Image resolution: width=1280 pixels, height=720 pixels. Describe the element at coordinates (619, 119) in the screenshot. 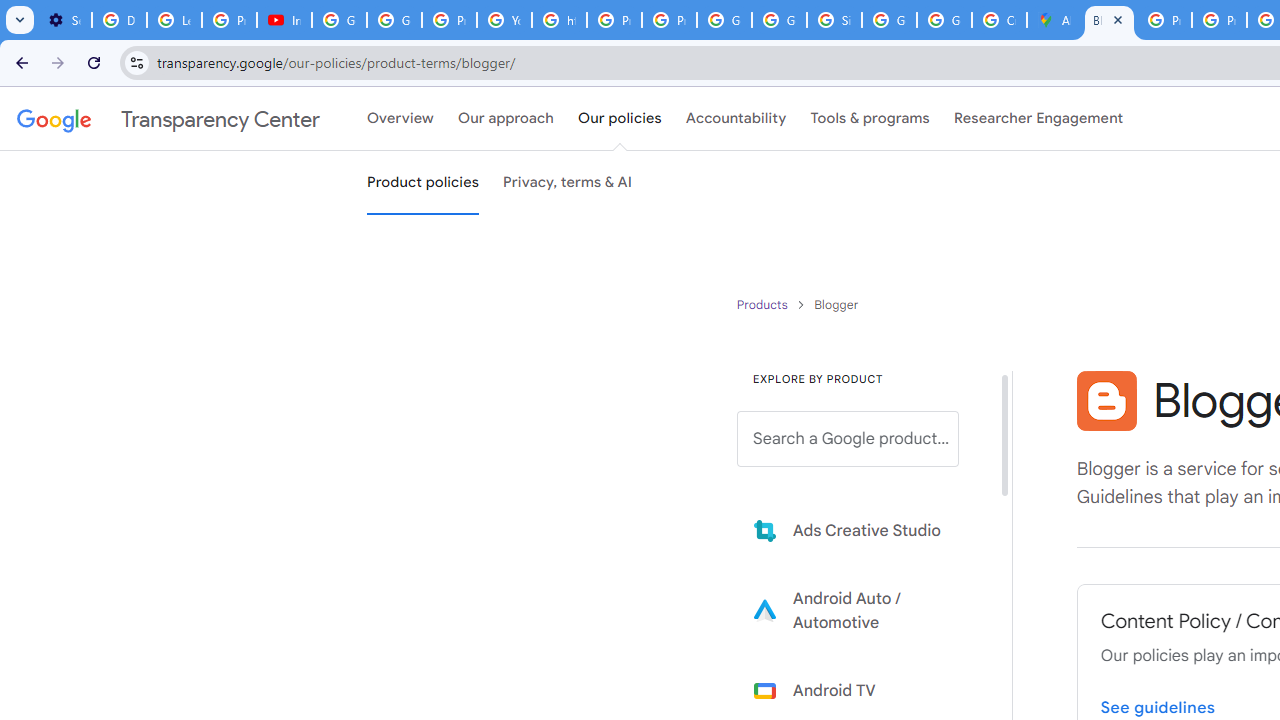

I see `'Our policies'` at that location.